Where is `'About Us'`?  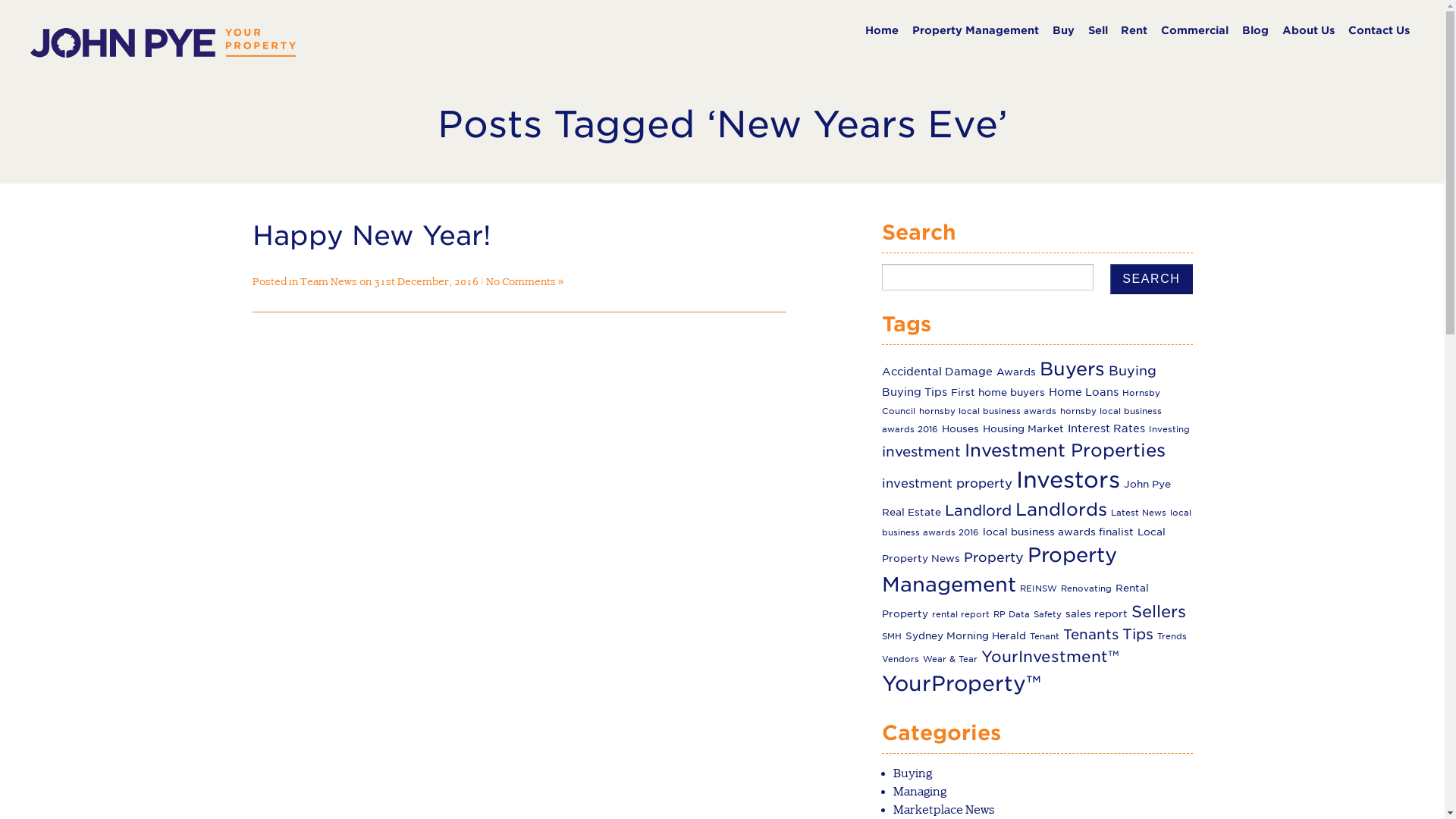 'About Us' is located at coordinates (1307, 30).